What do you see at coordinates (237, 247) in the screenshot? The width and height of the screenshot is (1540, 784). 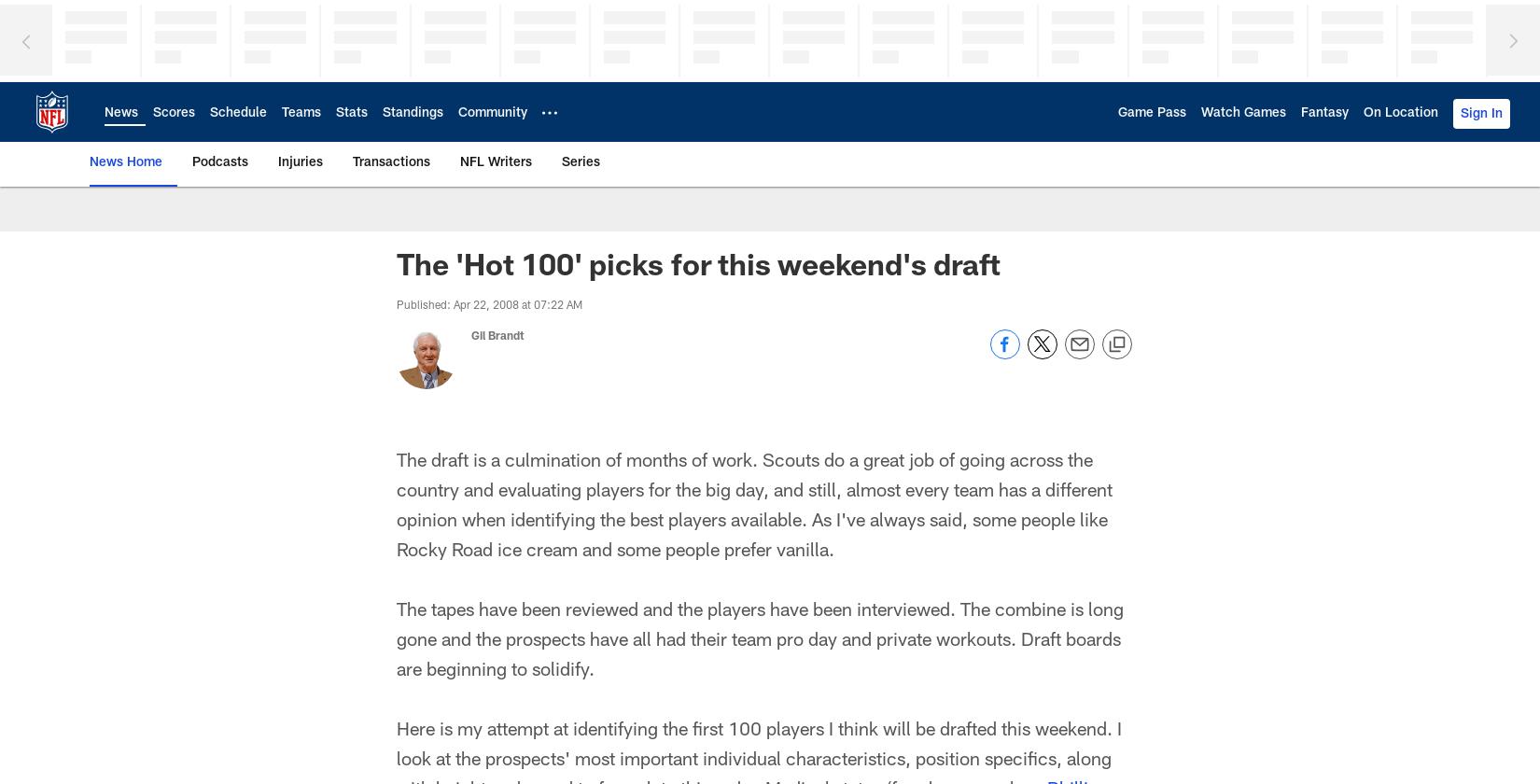 I see `'SNF'` at bounding box center [237, 247].